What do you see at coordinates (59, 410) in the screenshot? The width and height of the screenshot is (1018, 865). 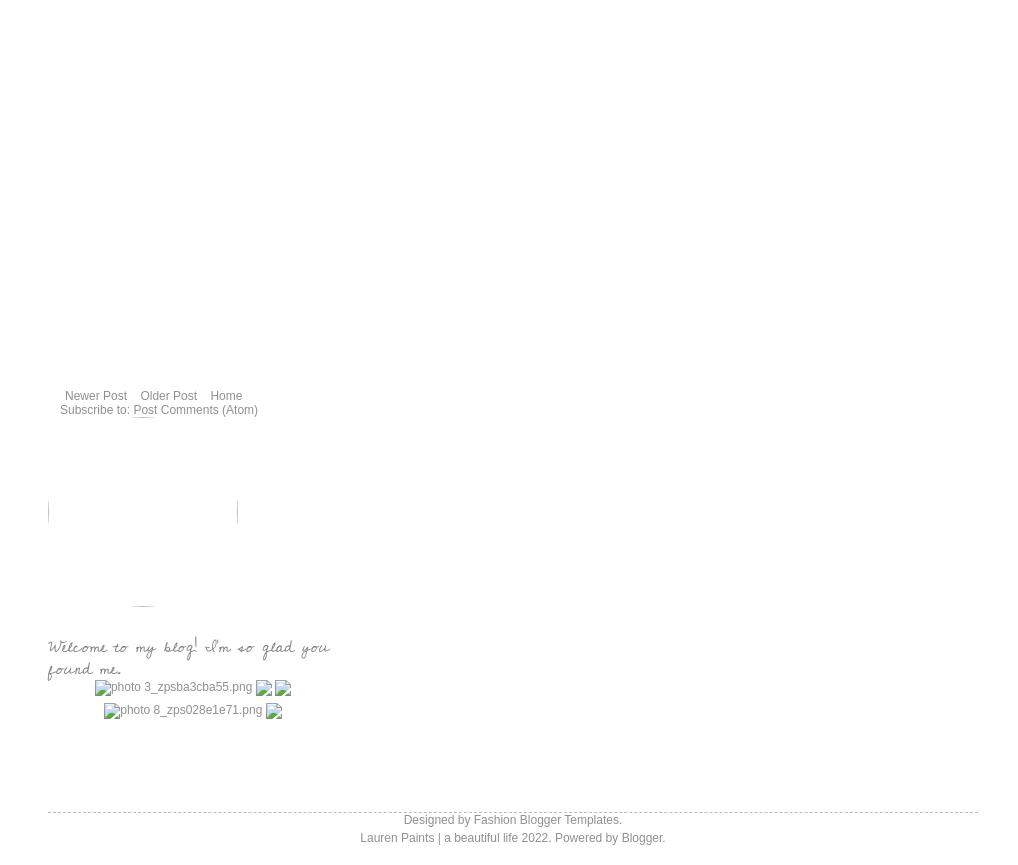 I see `'Subscribe to:'` at bounding box center [59, 410].